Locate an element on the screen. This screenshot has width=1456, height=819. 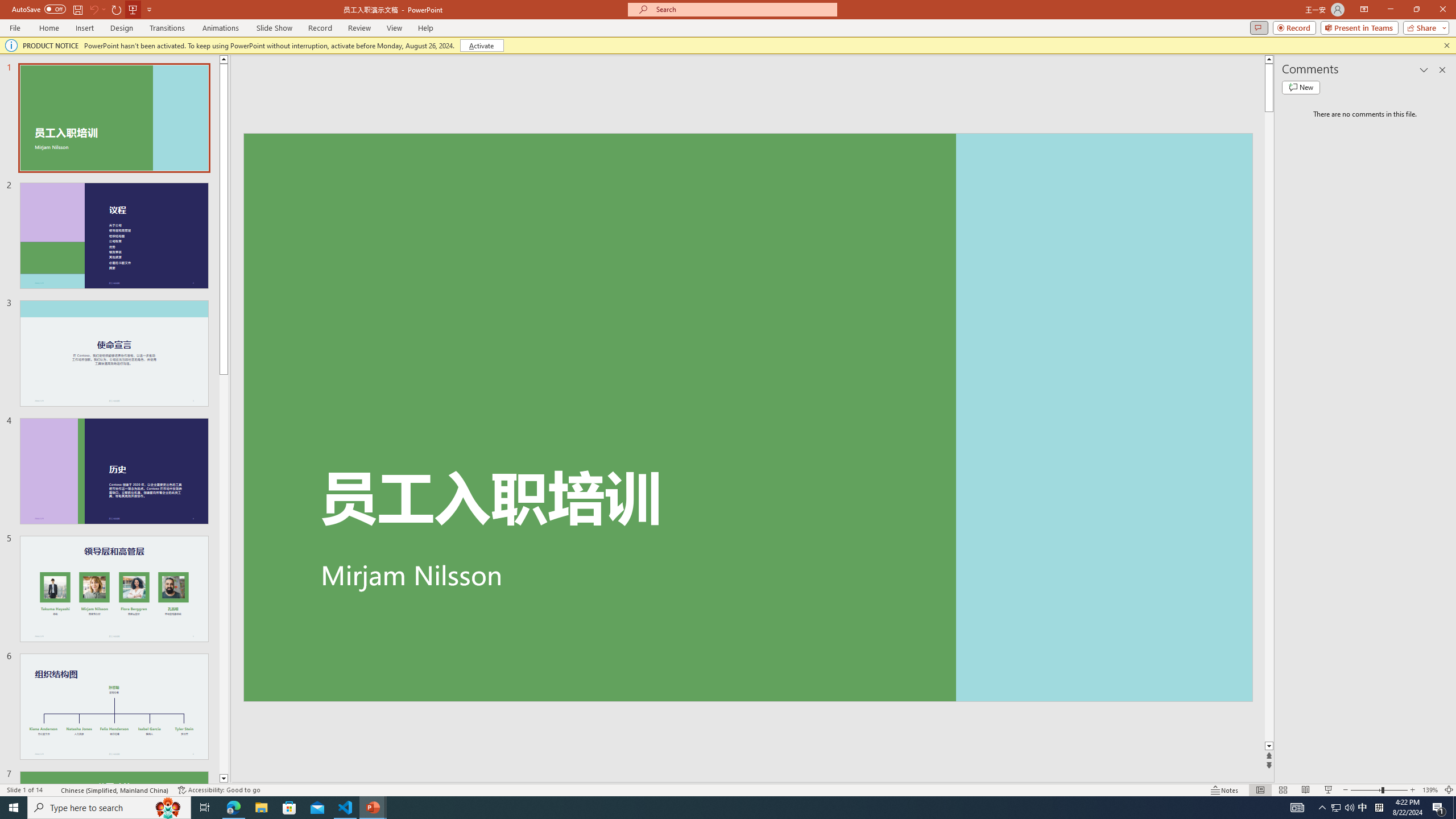
'Zoom 139%' is located at coordinates (1430, 790).